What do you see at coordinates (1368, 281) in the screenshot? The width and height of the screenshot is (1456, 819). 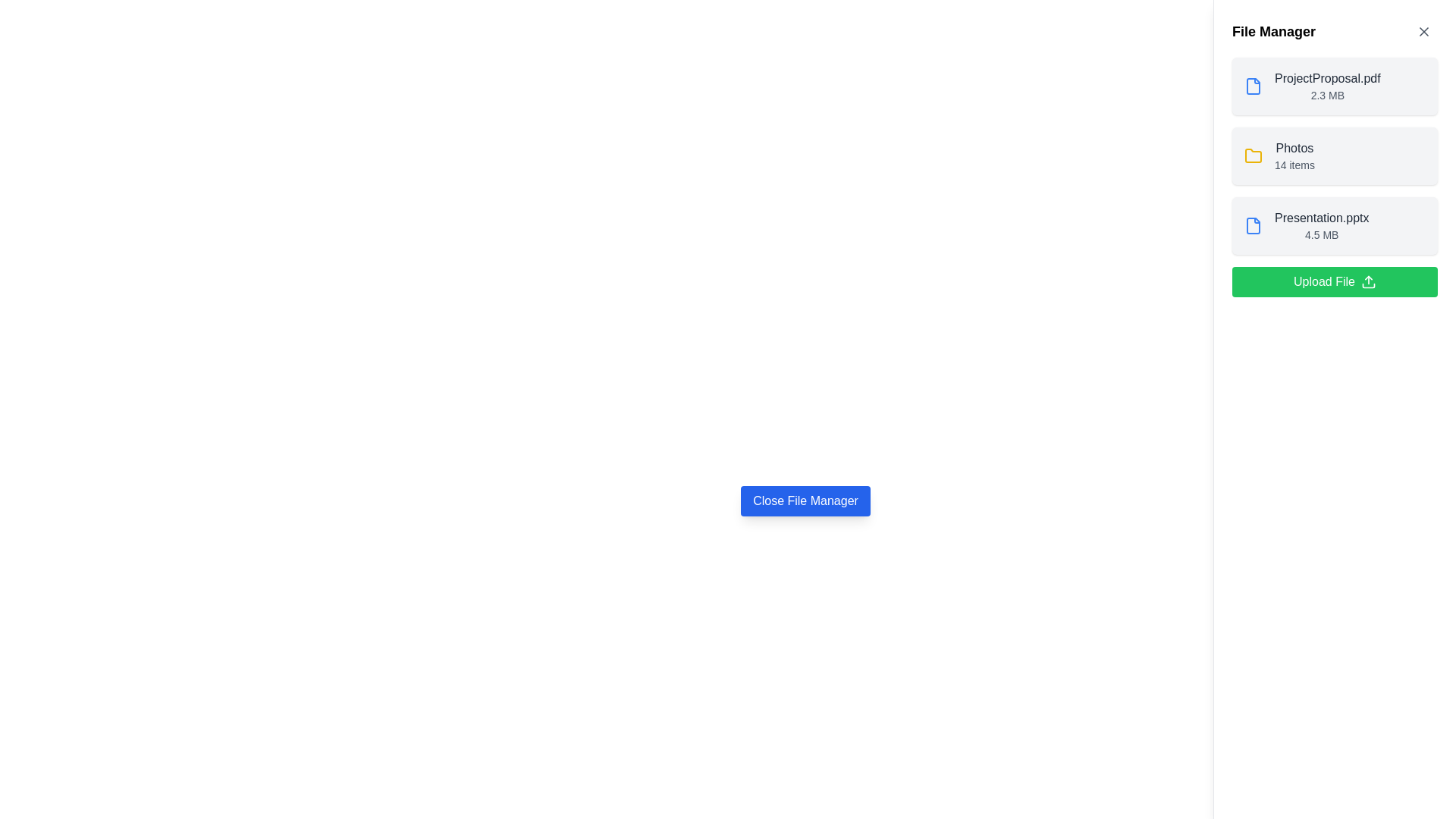 I see `the small upload icon with an upward-pointing arrow, located inside the 'Upload File' button on the right side` at bounding box center [1368, 281].